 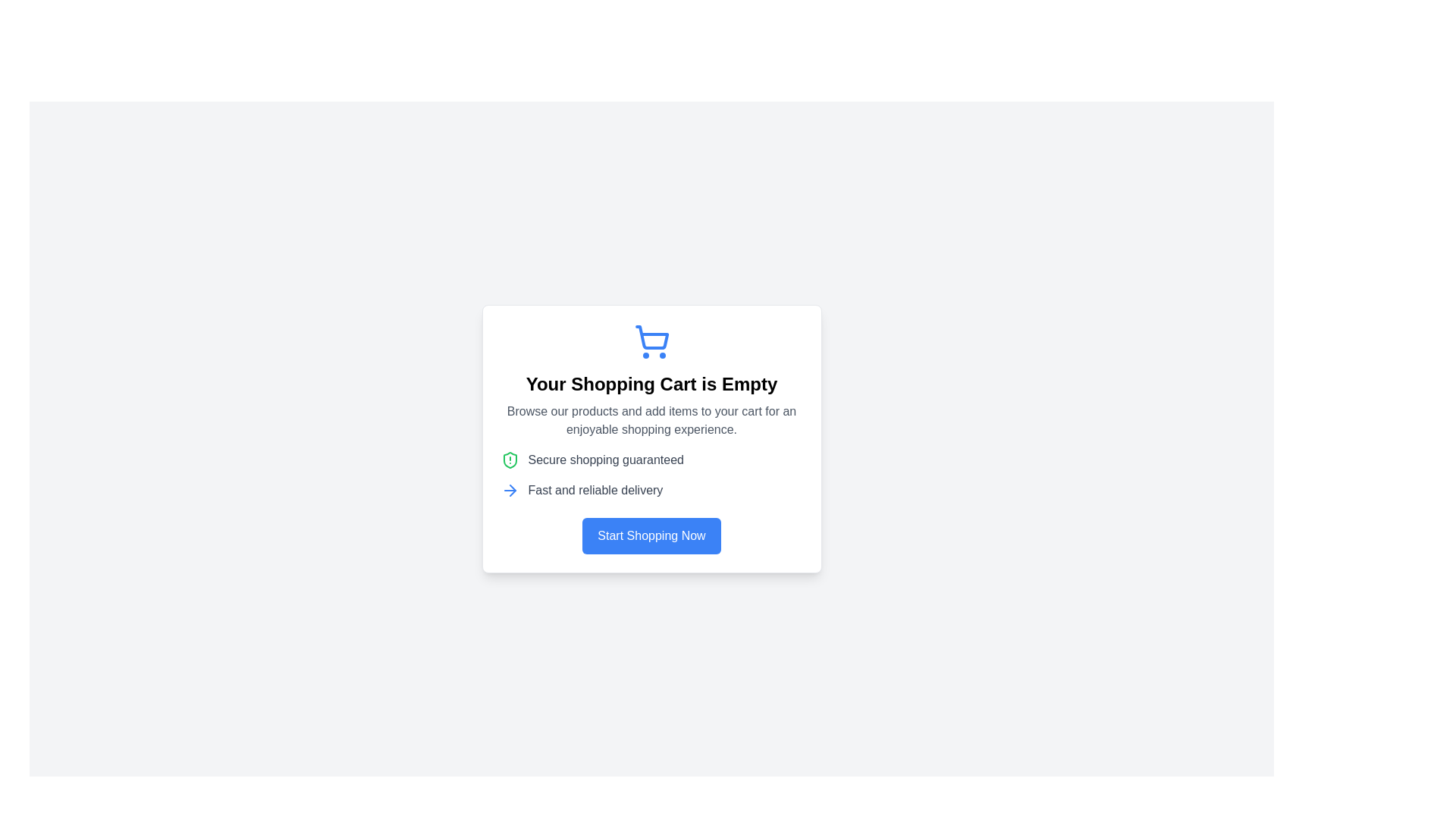 What do you see at coordinates (510, 491) in the screenshot?
I see `the arrow icon located to the left of the text 'Fast and reliable delivery' within the shopping benefits section` at bounding box center [510, 491].